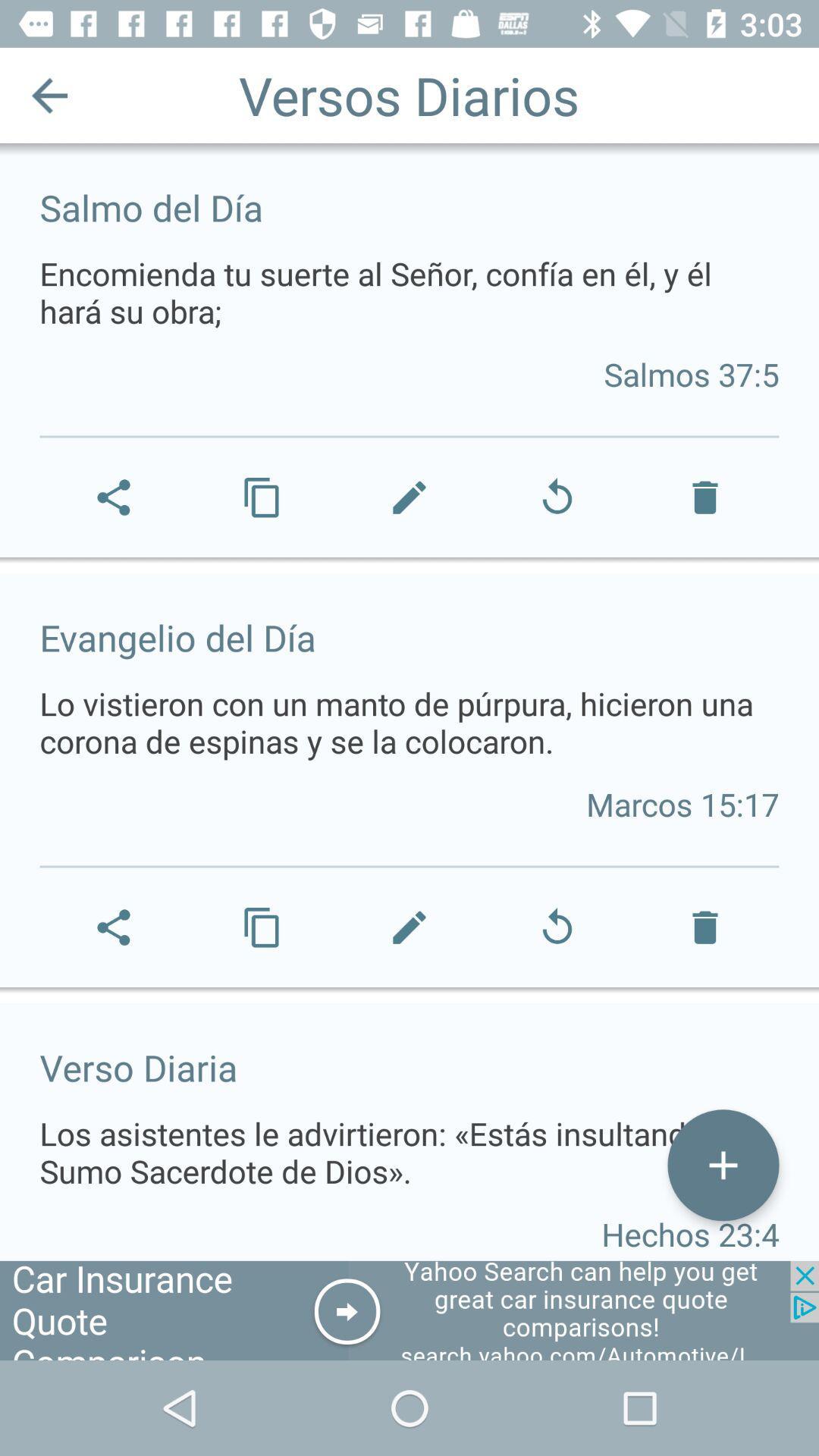 The height and width of the screenshot is (1456, 819). I want to click on icon to the left of versos diarios, so click(49, 94).